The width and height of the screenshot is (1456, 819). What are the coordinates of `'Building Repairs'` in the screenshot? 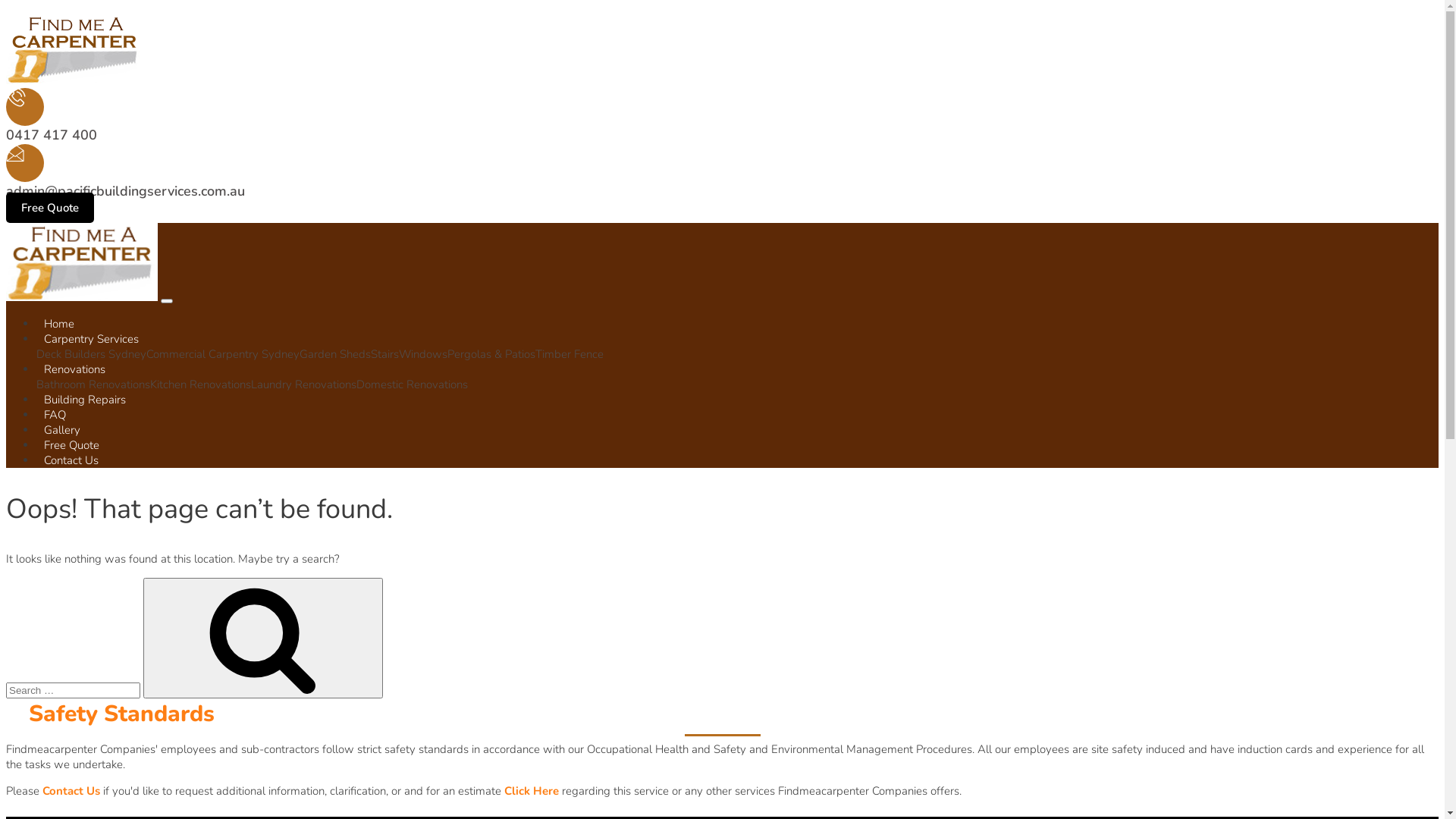 It's located at (36, 399).